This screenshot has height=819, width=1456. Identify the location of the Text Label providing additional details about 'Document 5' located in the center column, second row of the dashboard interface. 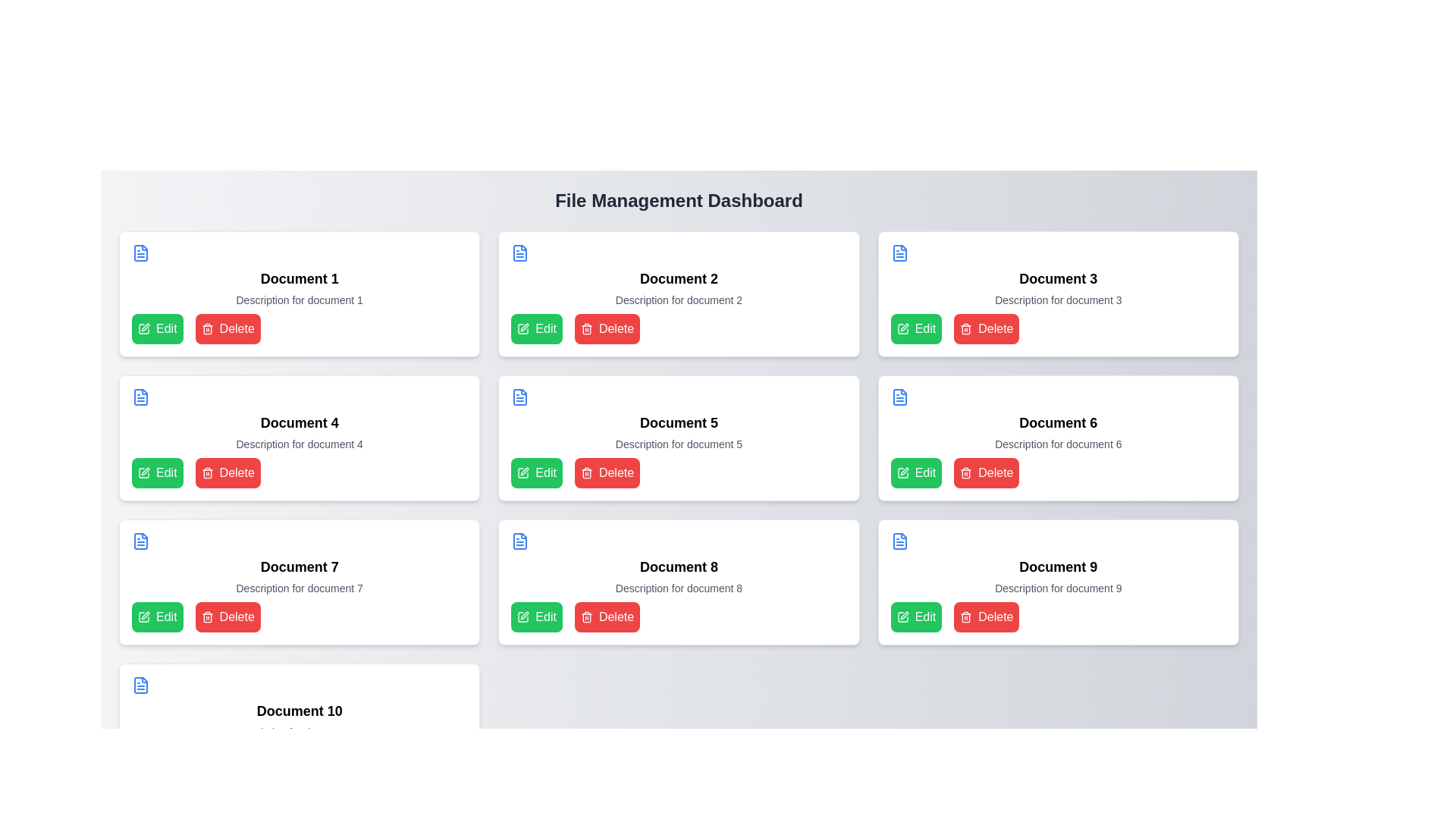
(678, 444).